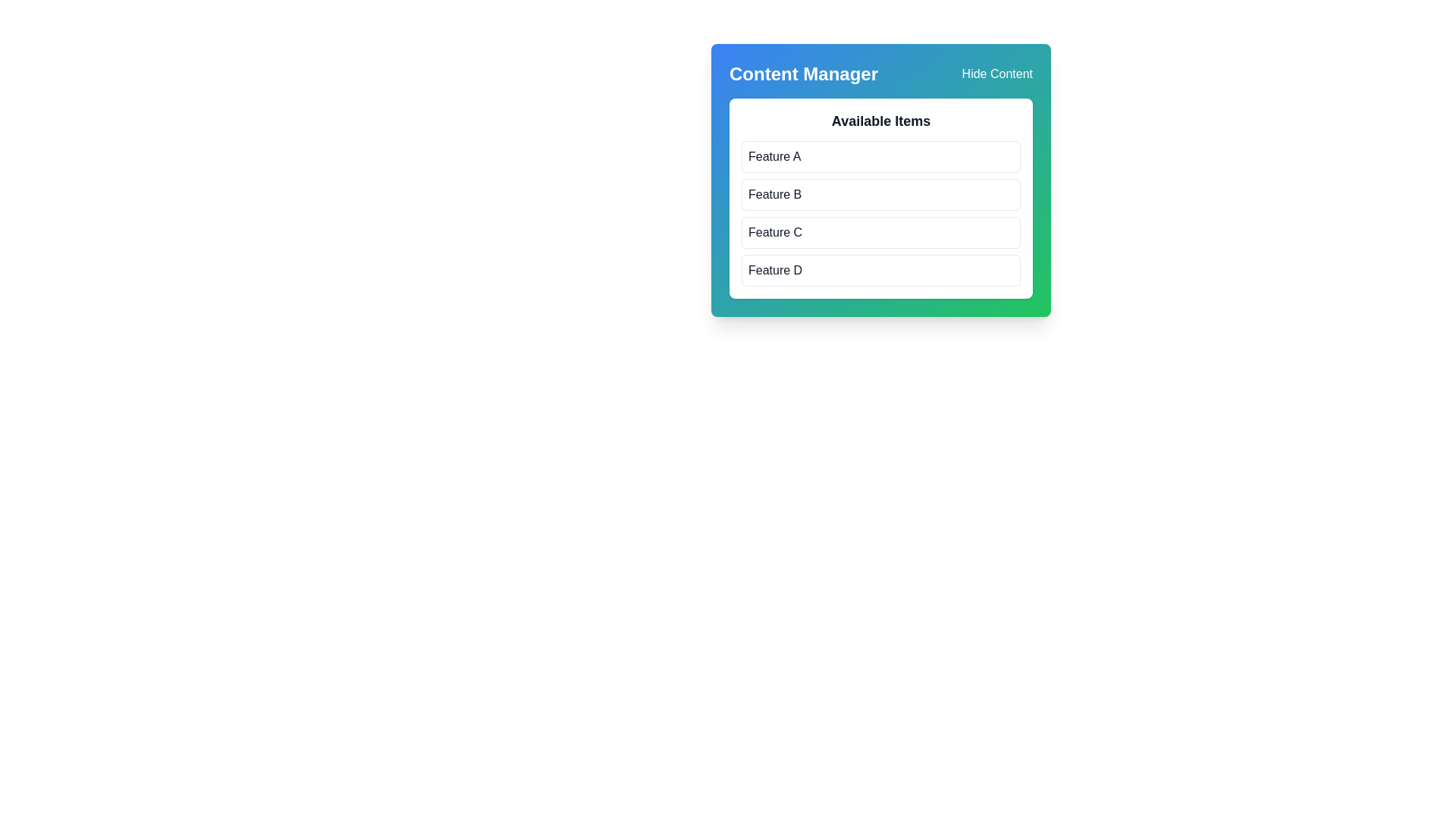 The height and width of the screenshot is (819, 1456). What do you see at coordinates (880, 157) in the screenshot?
I see `the first selectable item button representing 'Feature A' under the 'Available Items' section in the 'Content Manager' card` at bounding box center [880, 157].